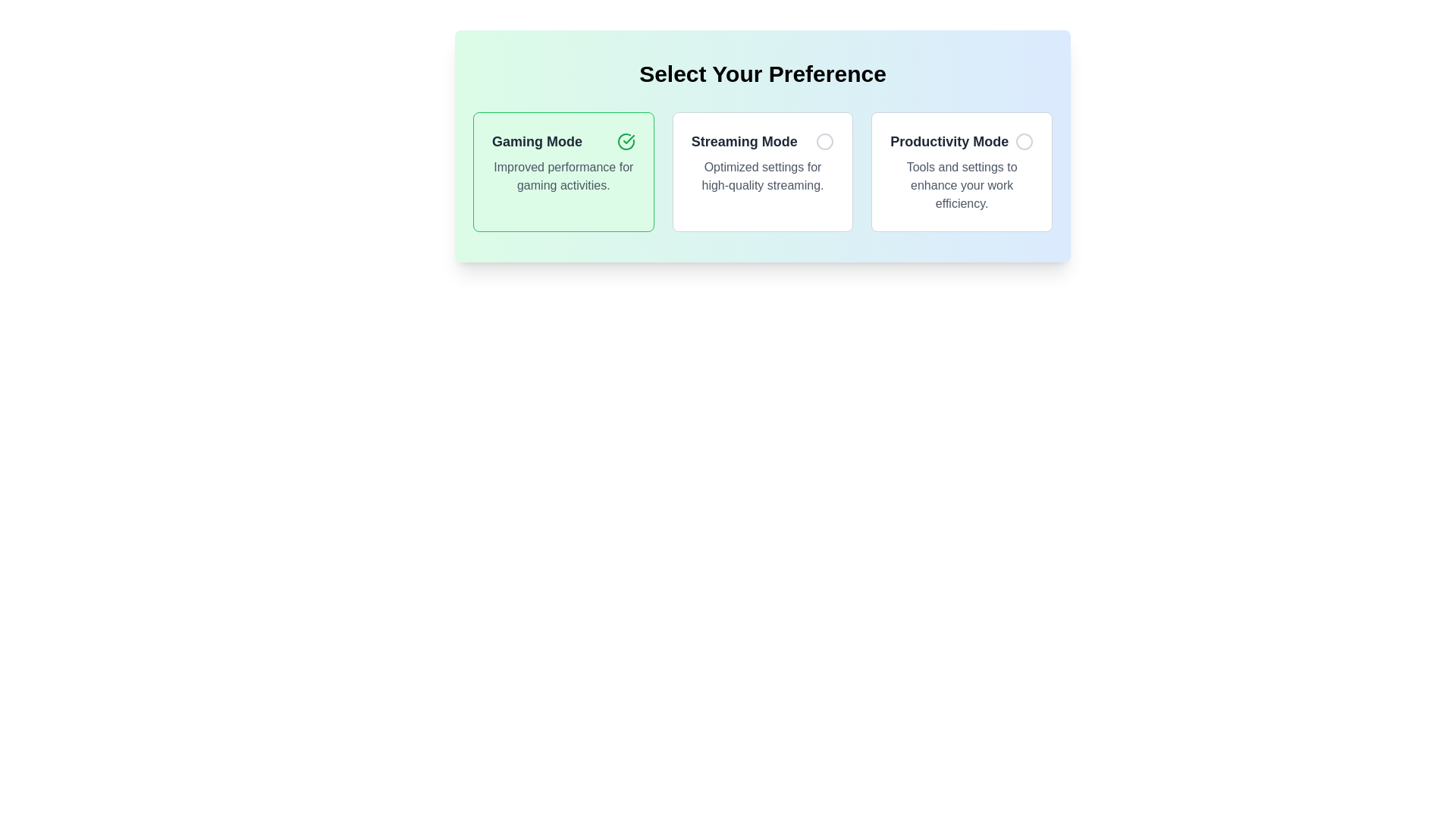 This screenshot has width=1456, height=819. What do you see at coordinates (763, 175) in the screenshot?
I see `the text element displaying 'Optimized settings for high-quality streaming.' positioned below 'Streaming Mode.'` at bounding box center [763, 175].